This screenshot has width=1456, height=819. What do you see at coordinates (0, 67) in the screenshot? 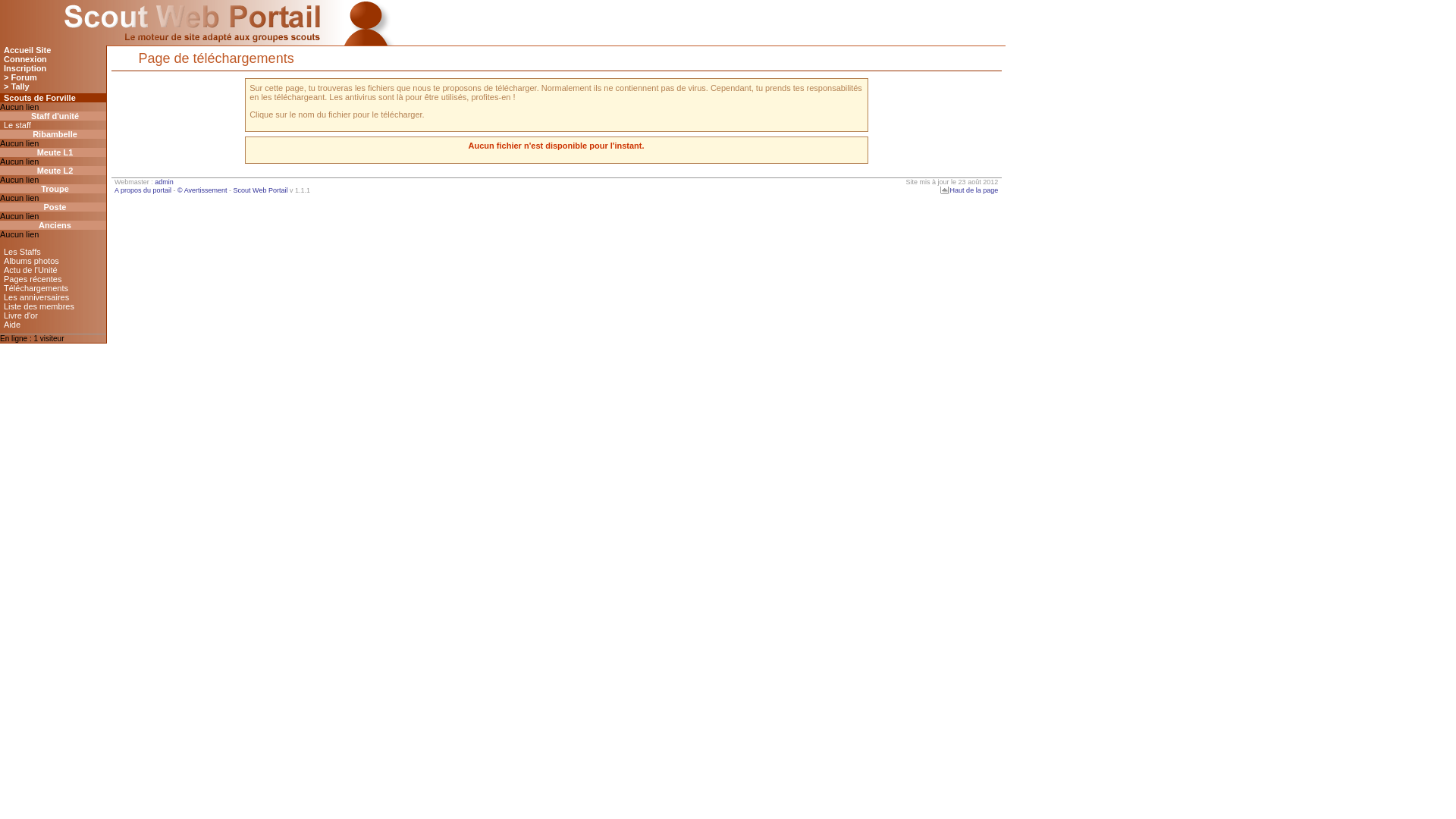
I see `'Inscription'` at bounding box center [0, 67].